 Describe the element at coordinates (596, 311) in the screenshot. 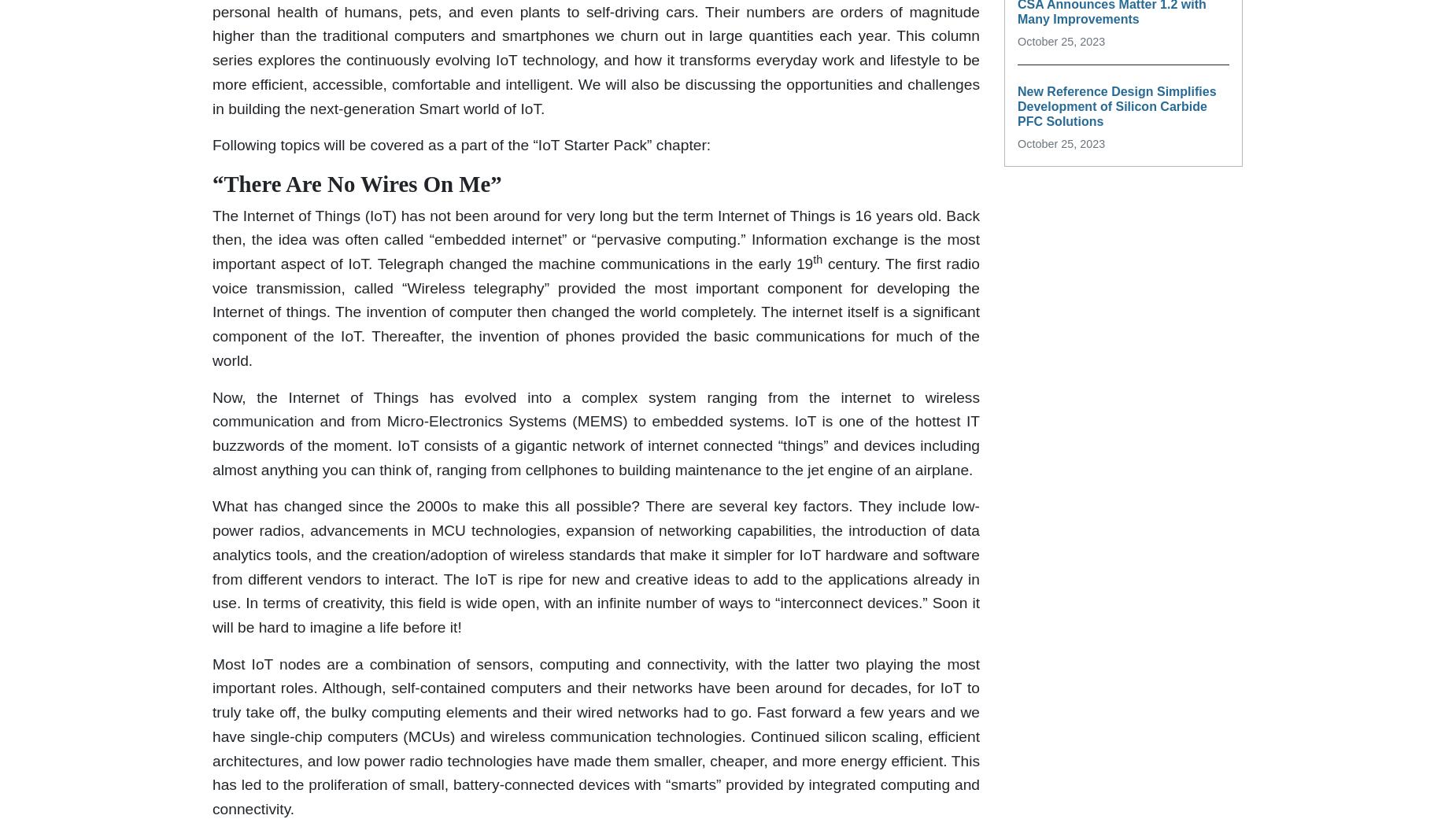

I see `'century. The first radio voice transmission, called “Wireless telegraphy” provided the most important component for developing the Internet of things. The invention of computer then changed the world completely. The internet itself is a significant component of the IoT. Thereafter, the invention of phones provided the basic communications for much of the world.'` at that location.